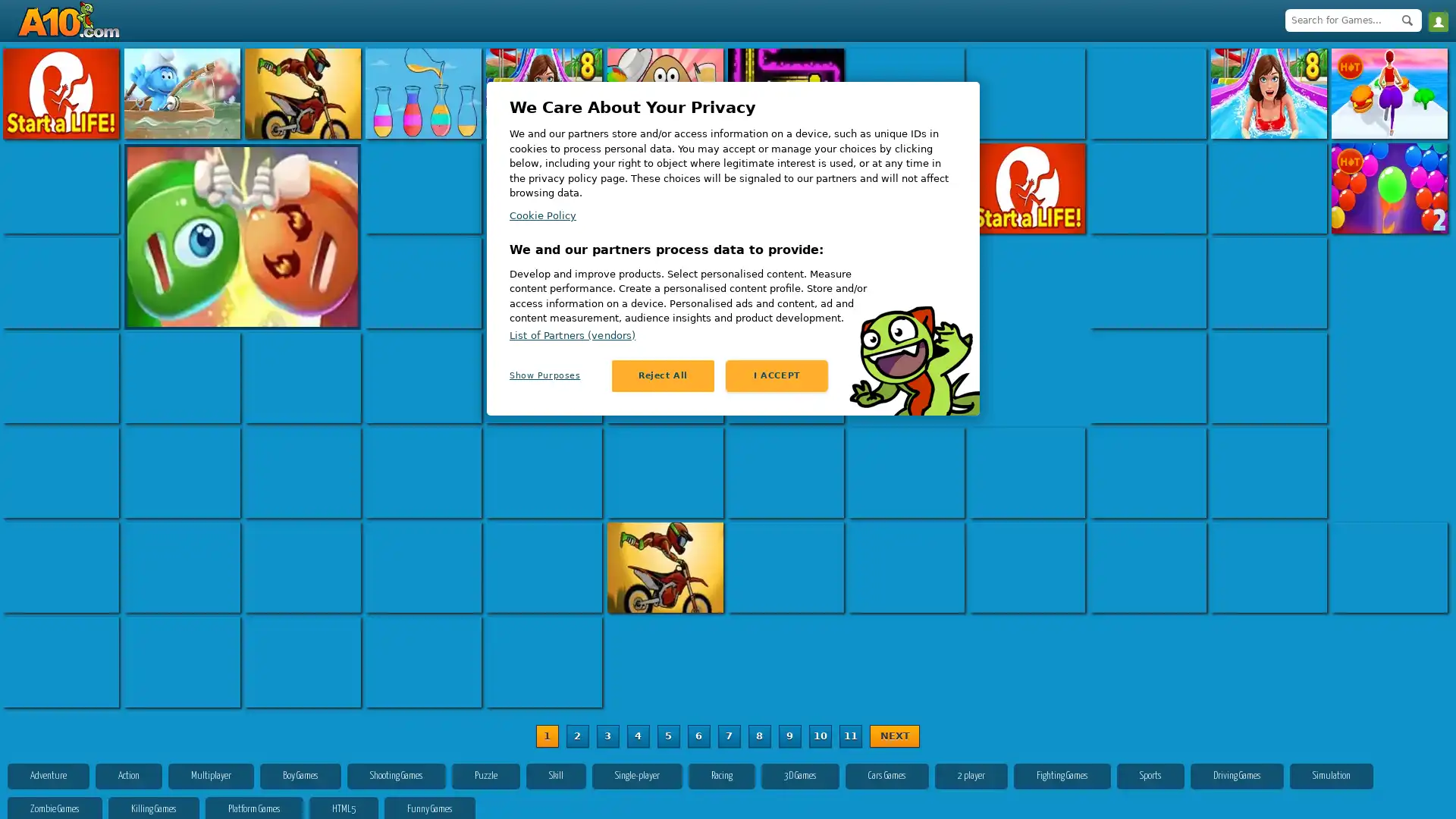  I want to click on List of Partners (vendors), so click(571, 334).